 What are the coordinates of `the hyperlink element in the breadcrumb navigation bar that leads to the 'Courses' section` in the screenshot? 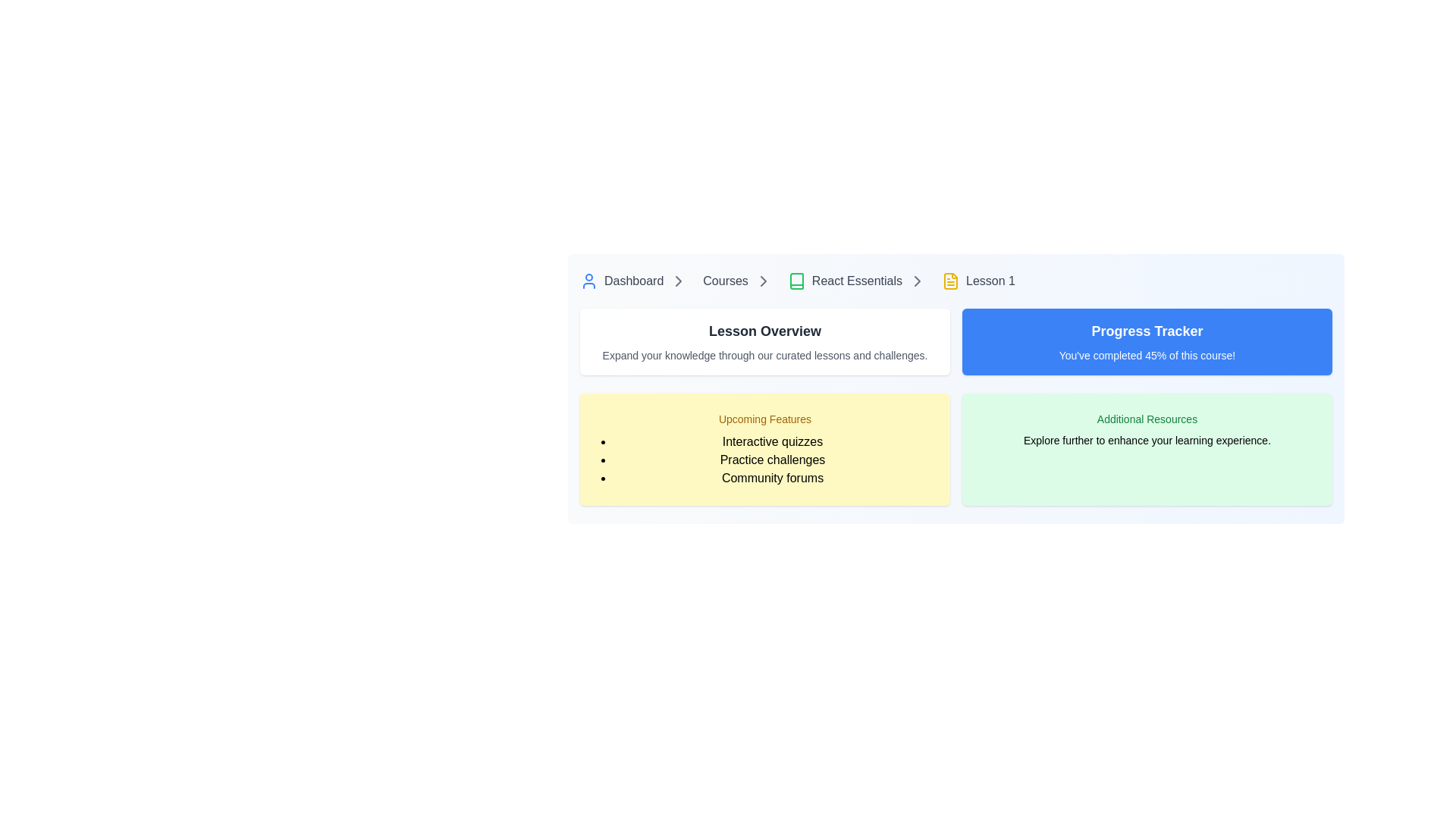 It's located at (725, 281).